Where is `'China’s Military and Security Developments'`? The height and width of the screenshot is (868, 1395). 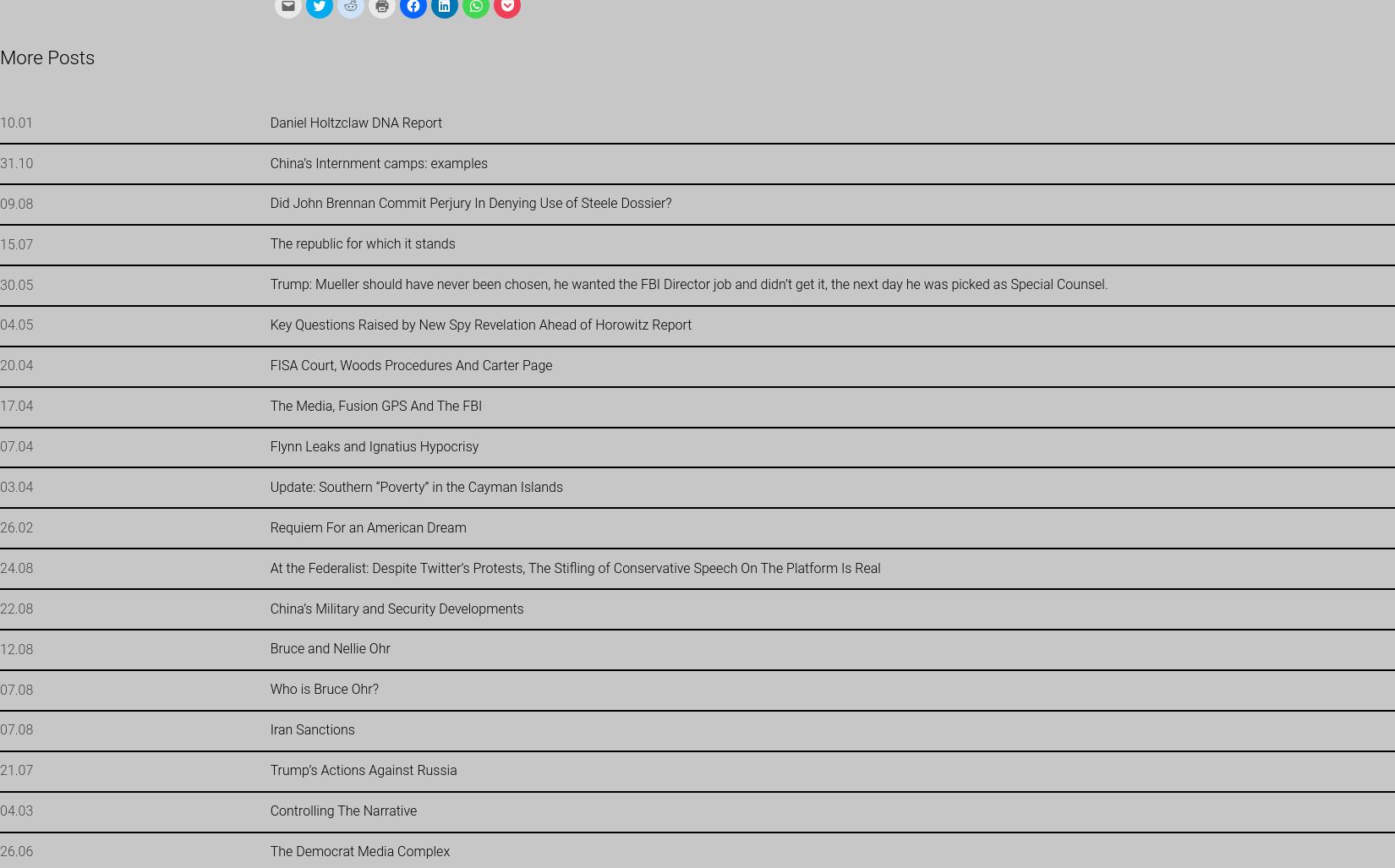
'China’s Military and Security Developments' is located at coordinates (395, 608).